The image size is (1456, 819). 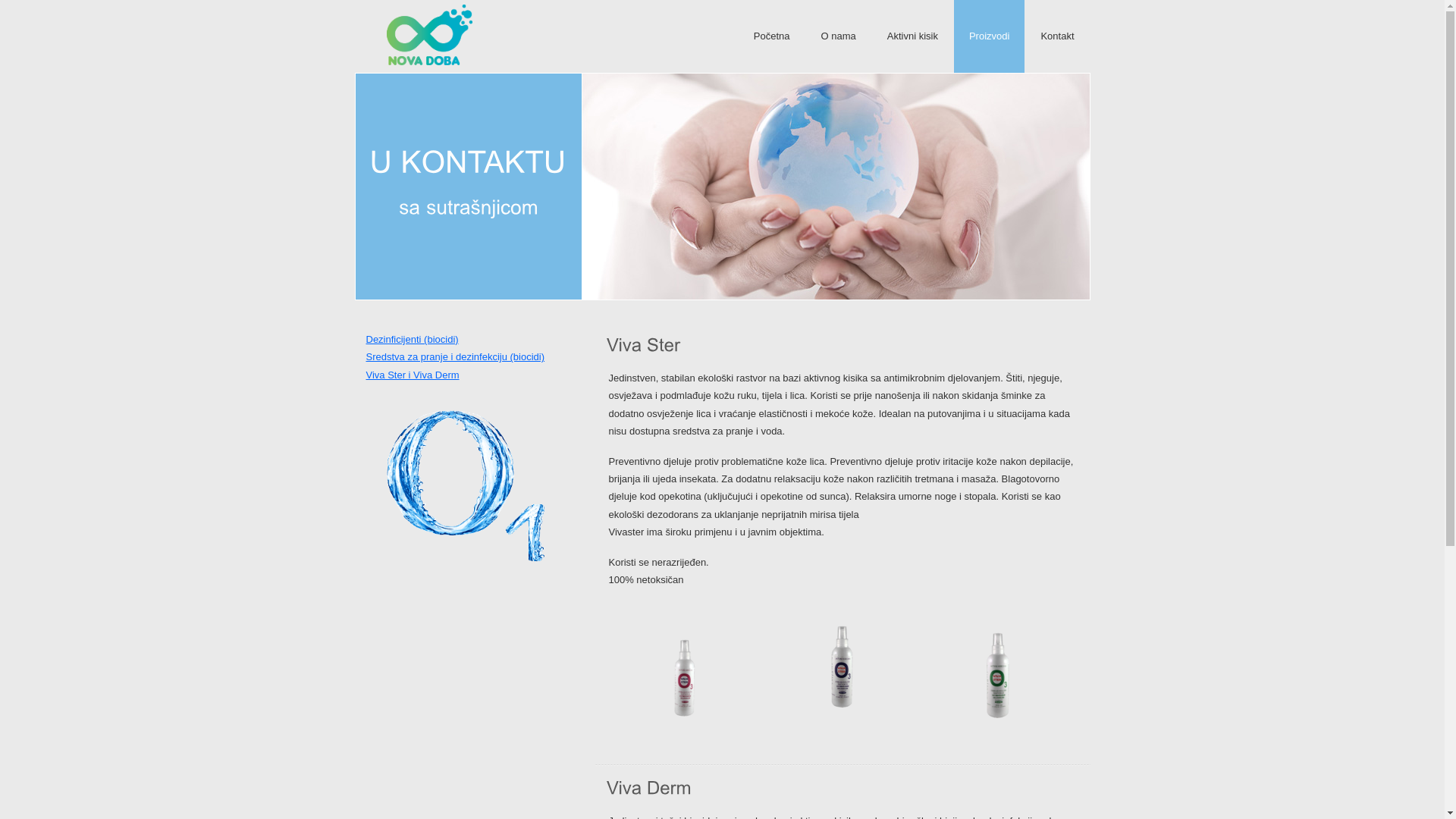 What do you see at coordinates (1056, 35) in the screenshot?
I see `'Kontakt'` at bounding box center [1056, 35].